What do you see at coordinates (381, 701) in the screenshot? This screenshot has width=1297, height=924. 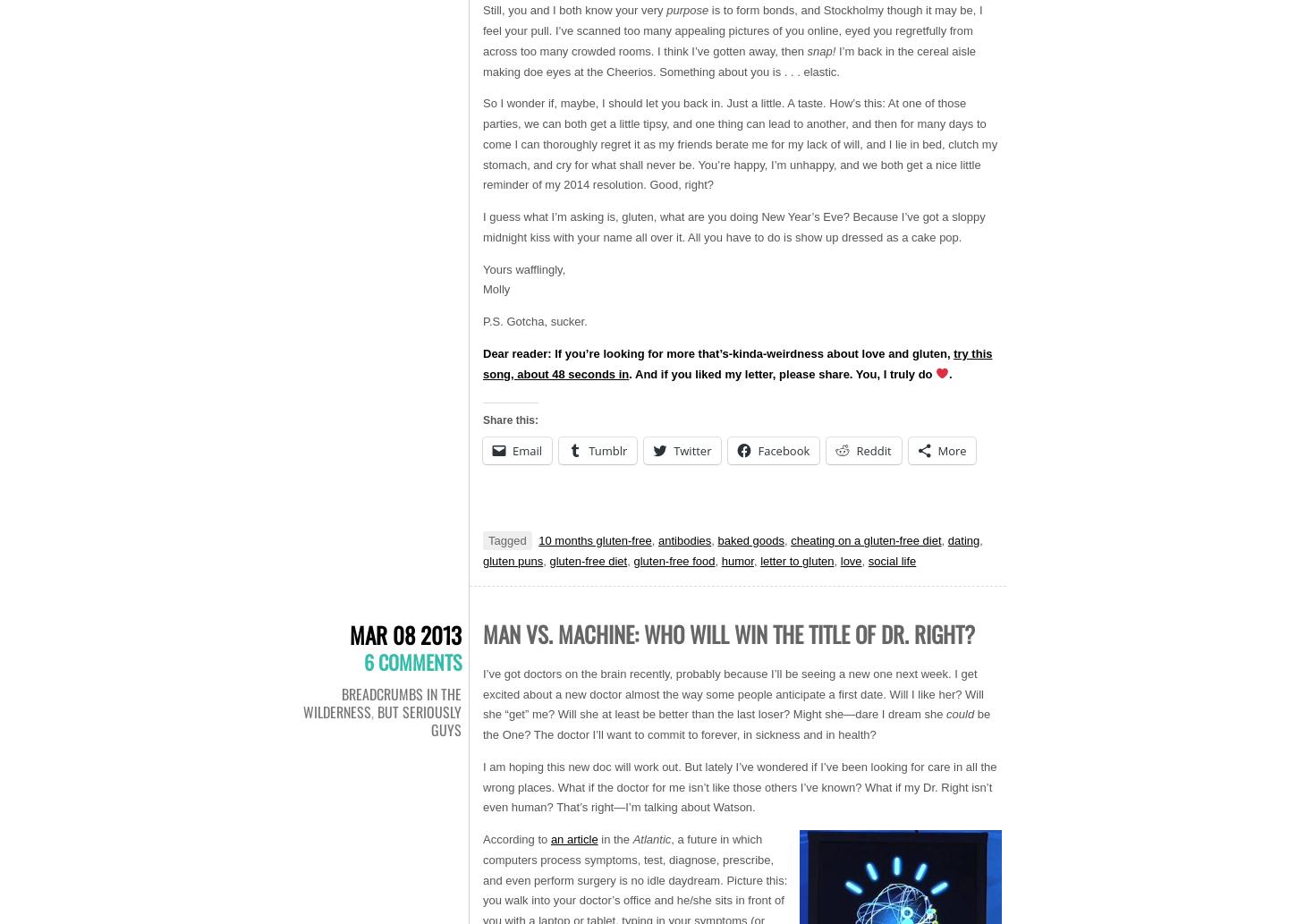 I see `'Breadcrumbs in the wilderness'` at bounding box center [381, 701].